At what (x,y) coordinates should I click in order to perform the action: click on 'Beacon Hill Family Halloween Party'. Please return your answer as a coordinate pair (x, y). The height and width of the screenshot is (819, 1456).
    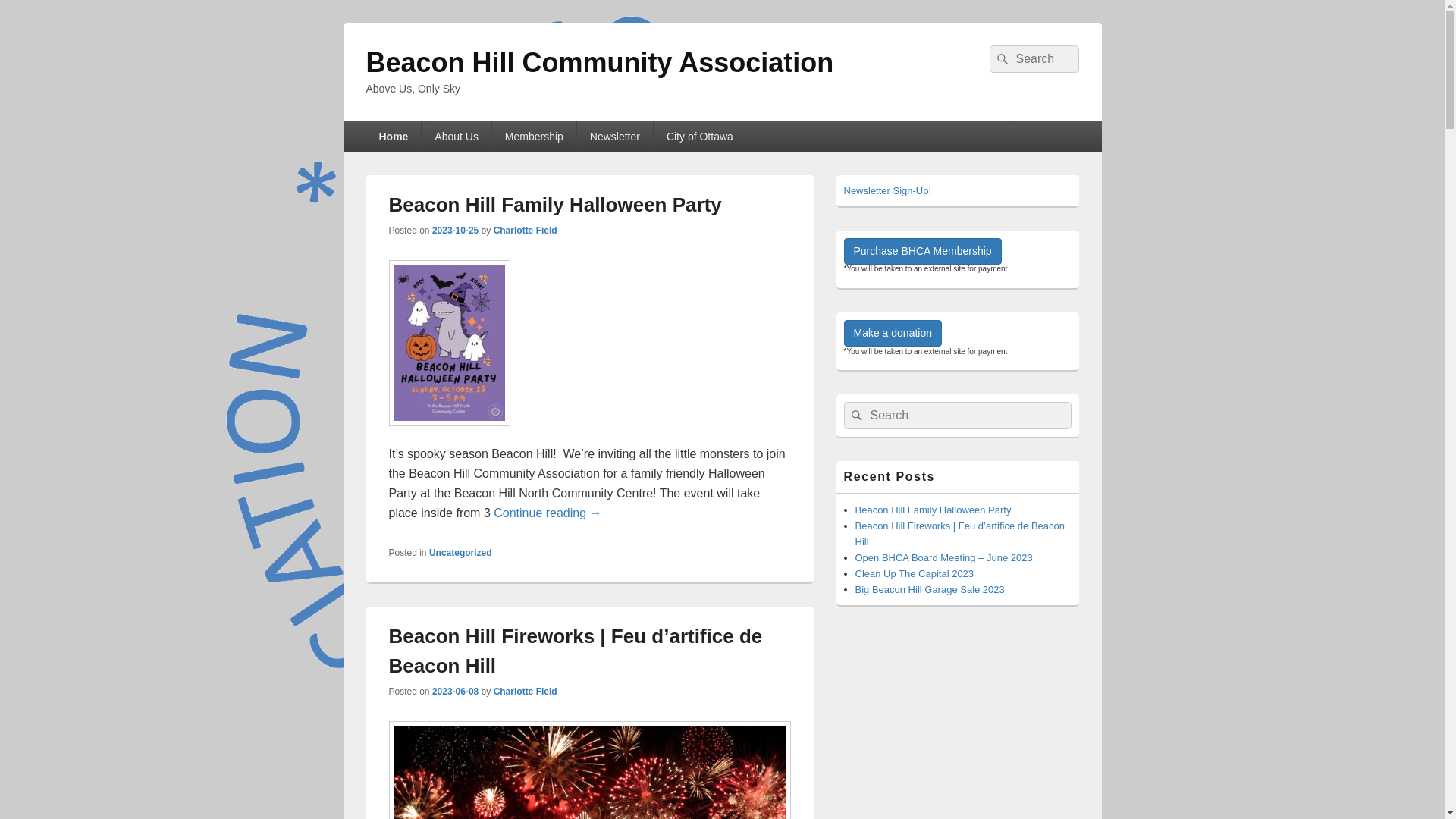
    Looking at the image, I should click on (932, 510).